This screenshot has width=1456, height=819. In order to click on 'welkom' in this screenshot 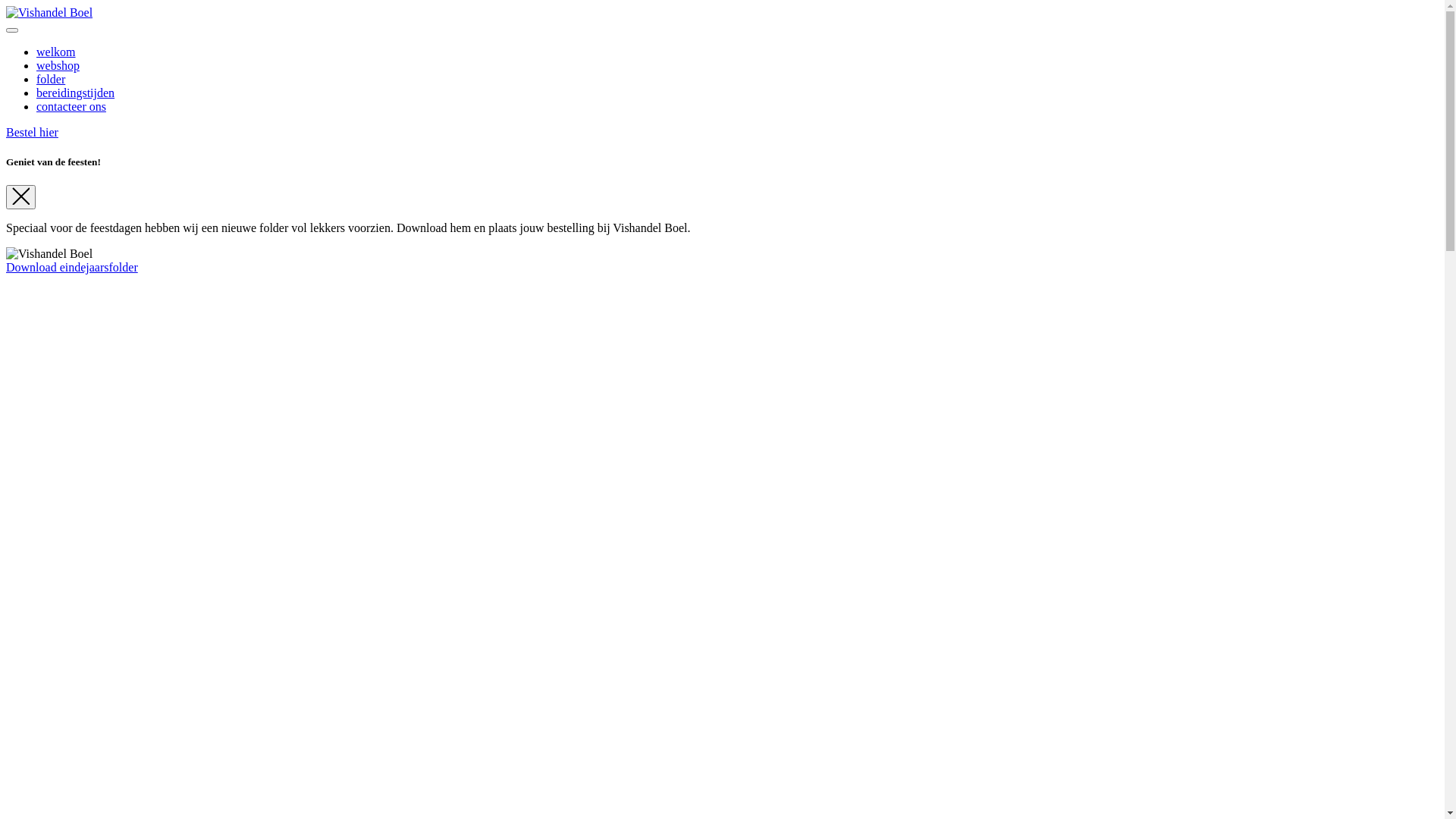, I will do `click(55, 51)`.